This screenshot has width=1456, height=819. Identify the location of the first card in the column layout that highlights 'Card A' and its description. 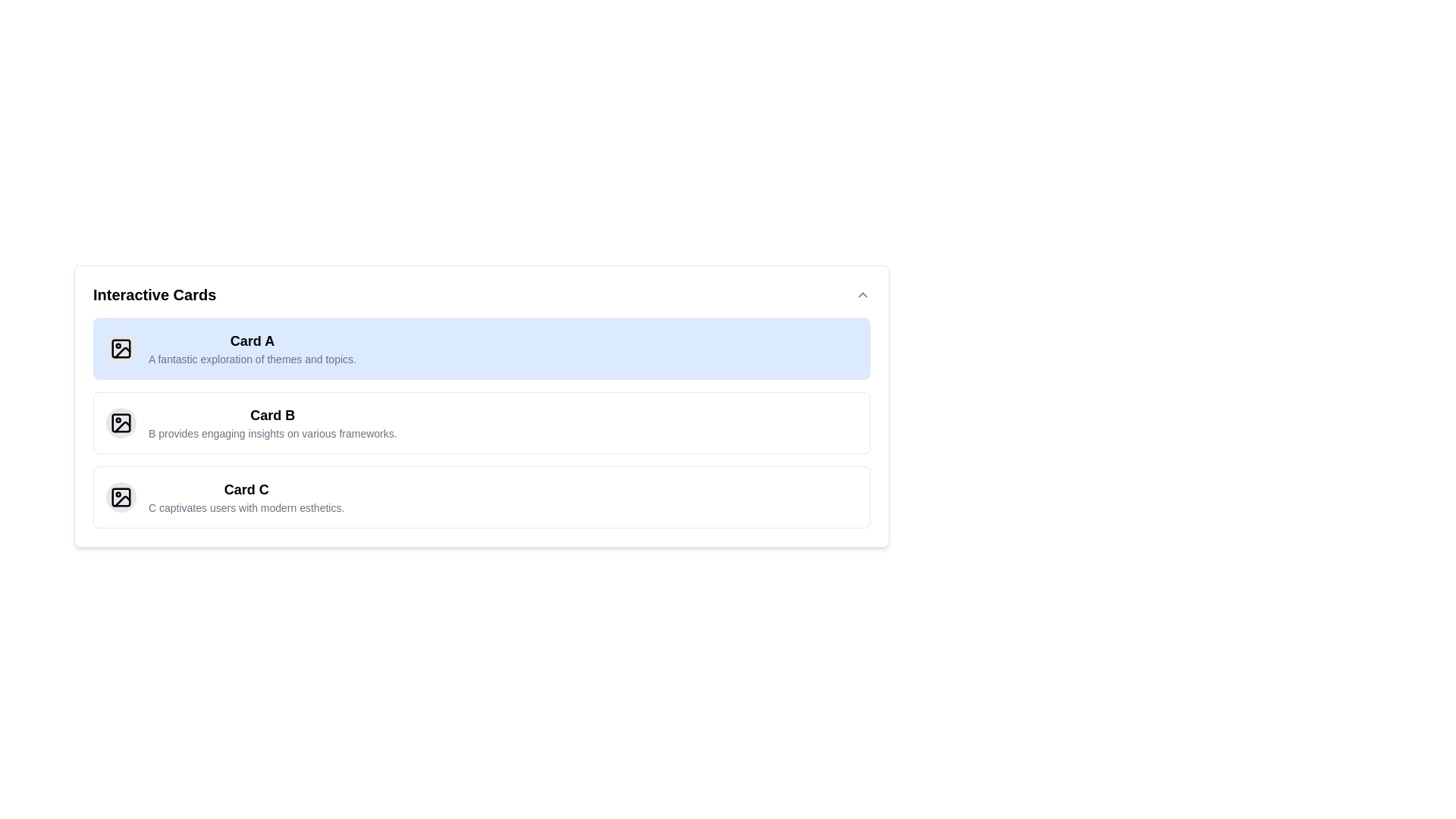
(481, 348).